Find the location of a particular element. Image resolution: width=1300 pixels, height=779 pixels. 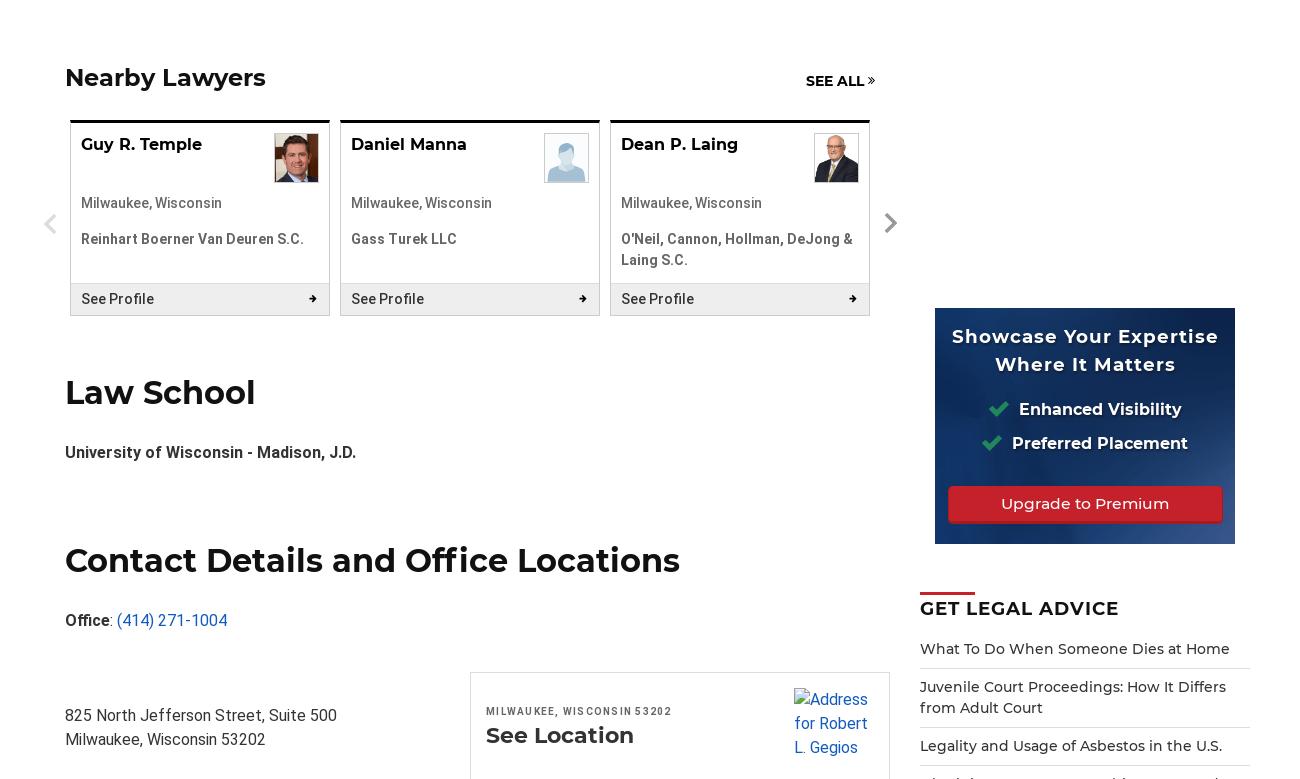

'Juvenile Court Proceedings: How It Differs from Adult Court' is located at coordinates (1073, 696).